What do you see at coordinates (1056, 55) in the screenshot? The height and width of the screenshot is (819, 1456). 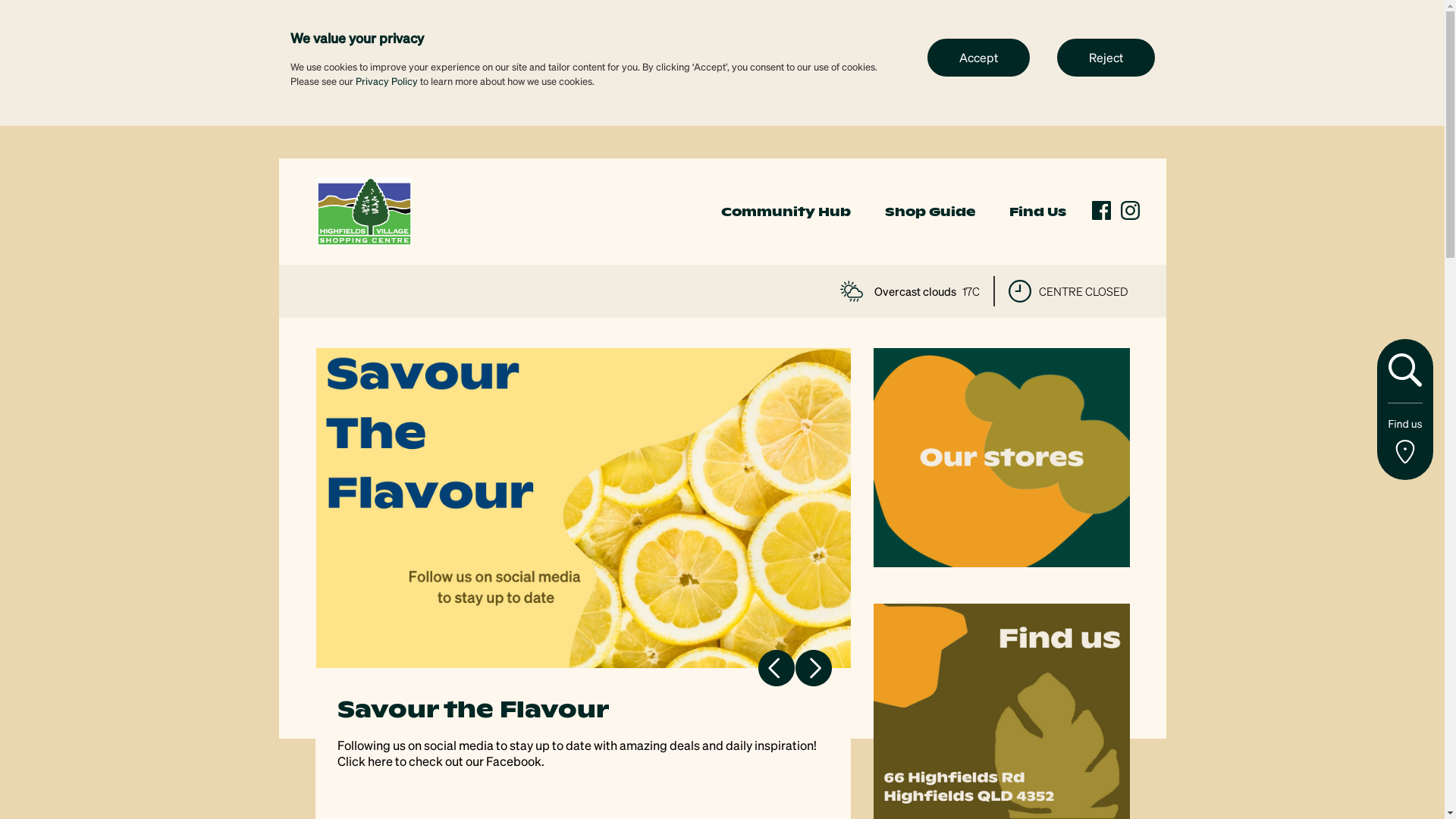 I see `'Reject'` at bounding box center [1056, 55].